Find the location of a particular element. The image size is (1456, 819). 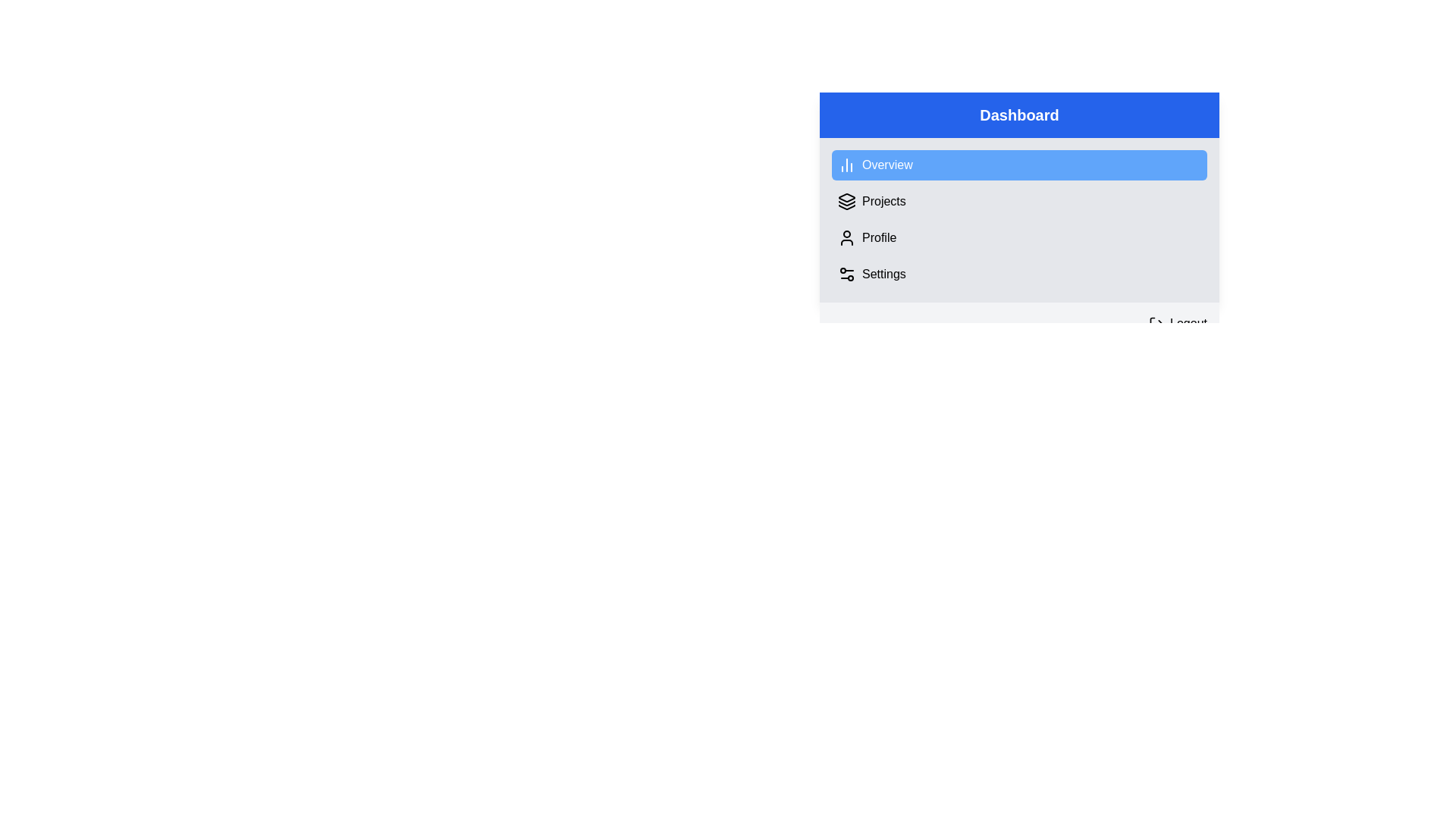

the Logout icon located at the bottom of the sidebar is located at coordinates (1156, 323).